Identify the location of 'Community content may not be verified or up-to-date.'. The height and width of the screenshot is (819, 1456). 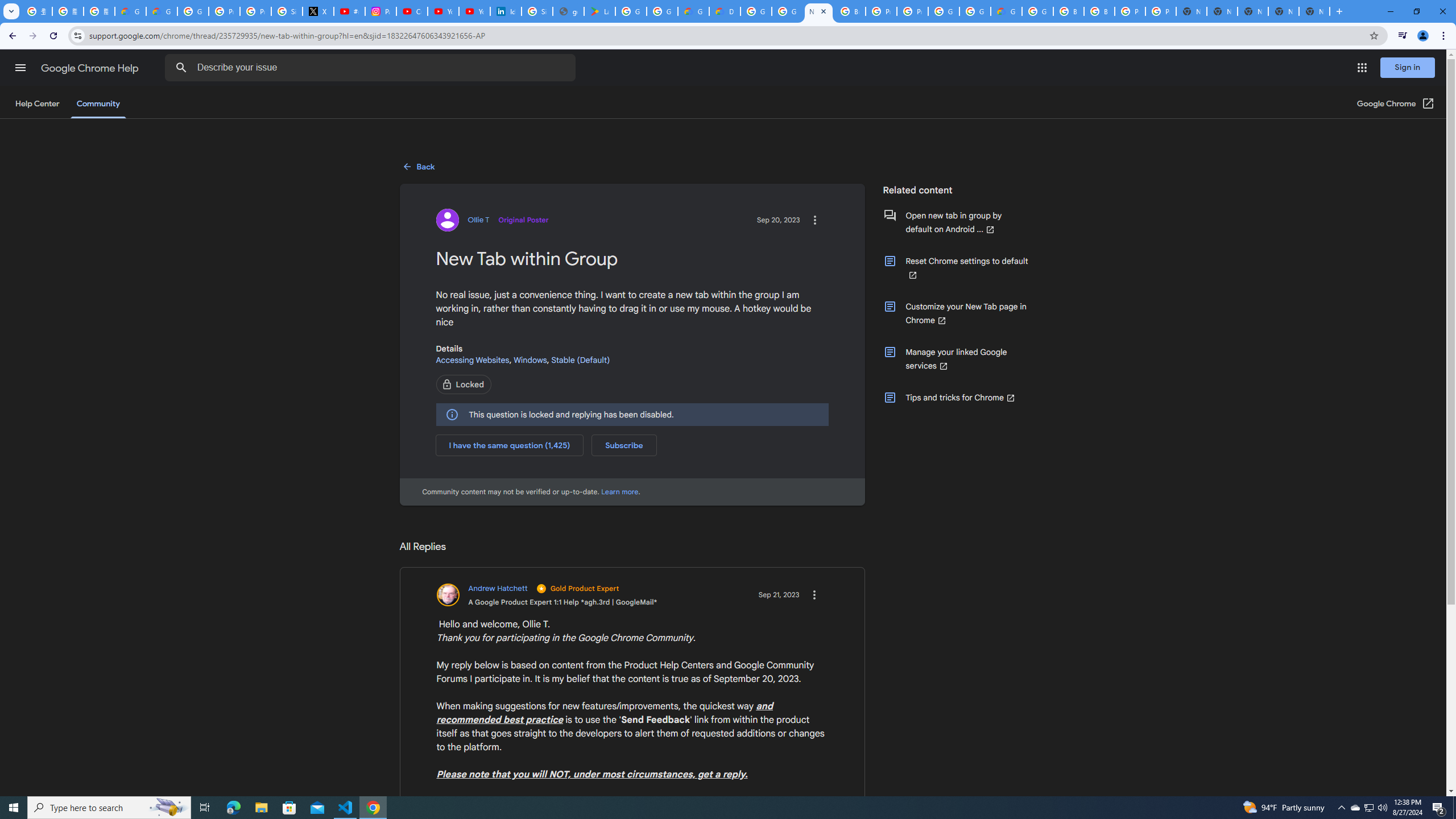
(619, 491).